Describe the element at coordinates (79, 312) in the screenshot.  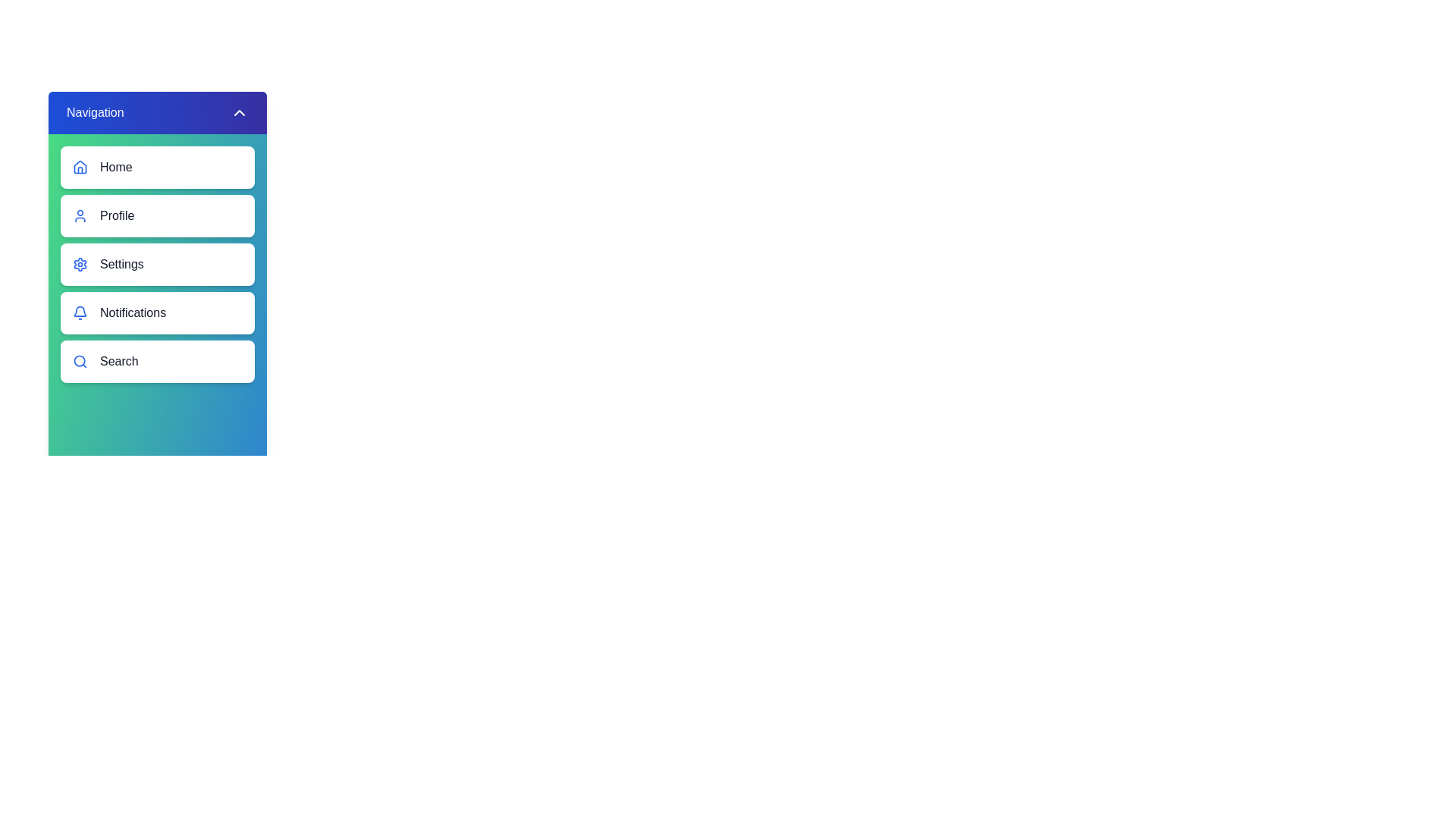
I see `the blue notification bell icon located in the vertical navigation menu next to the 'Notifications' label` at that location.